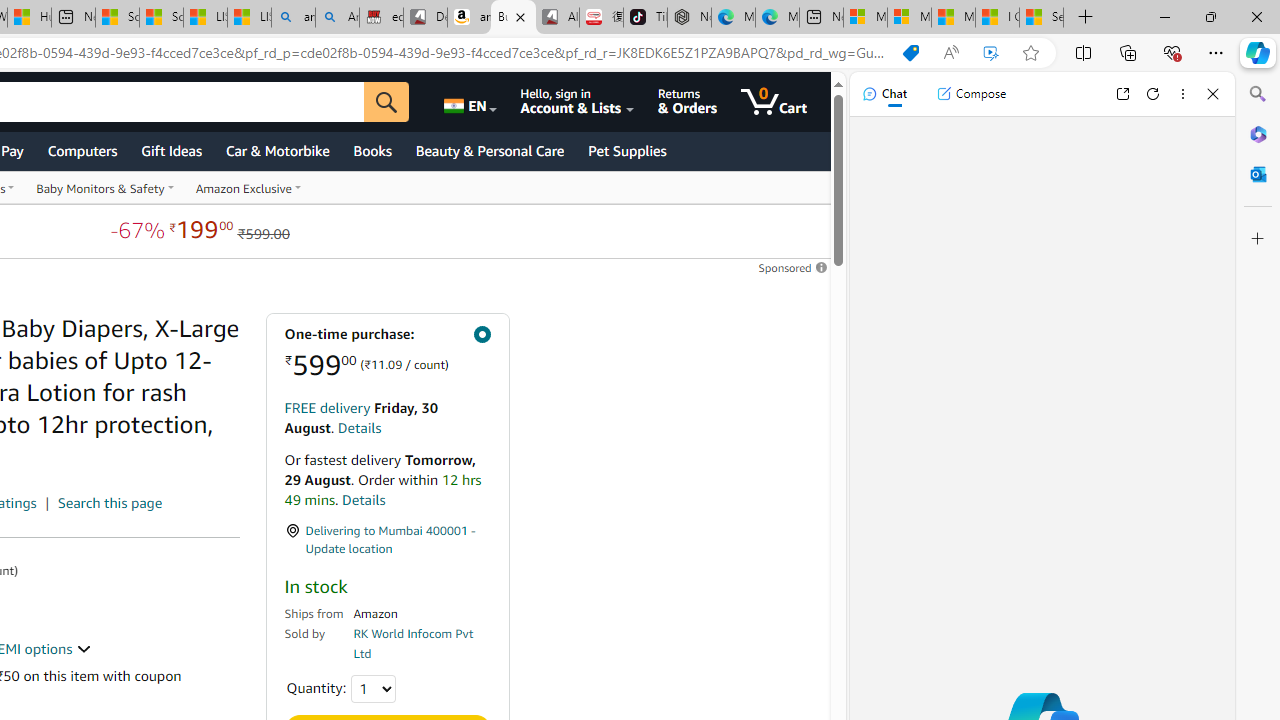 The height and width of the screenshot is (720, 1280). I want to click on 'You have the best price!', so click(909, 52).